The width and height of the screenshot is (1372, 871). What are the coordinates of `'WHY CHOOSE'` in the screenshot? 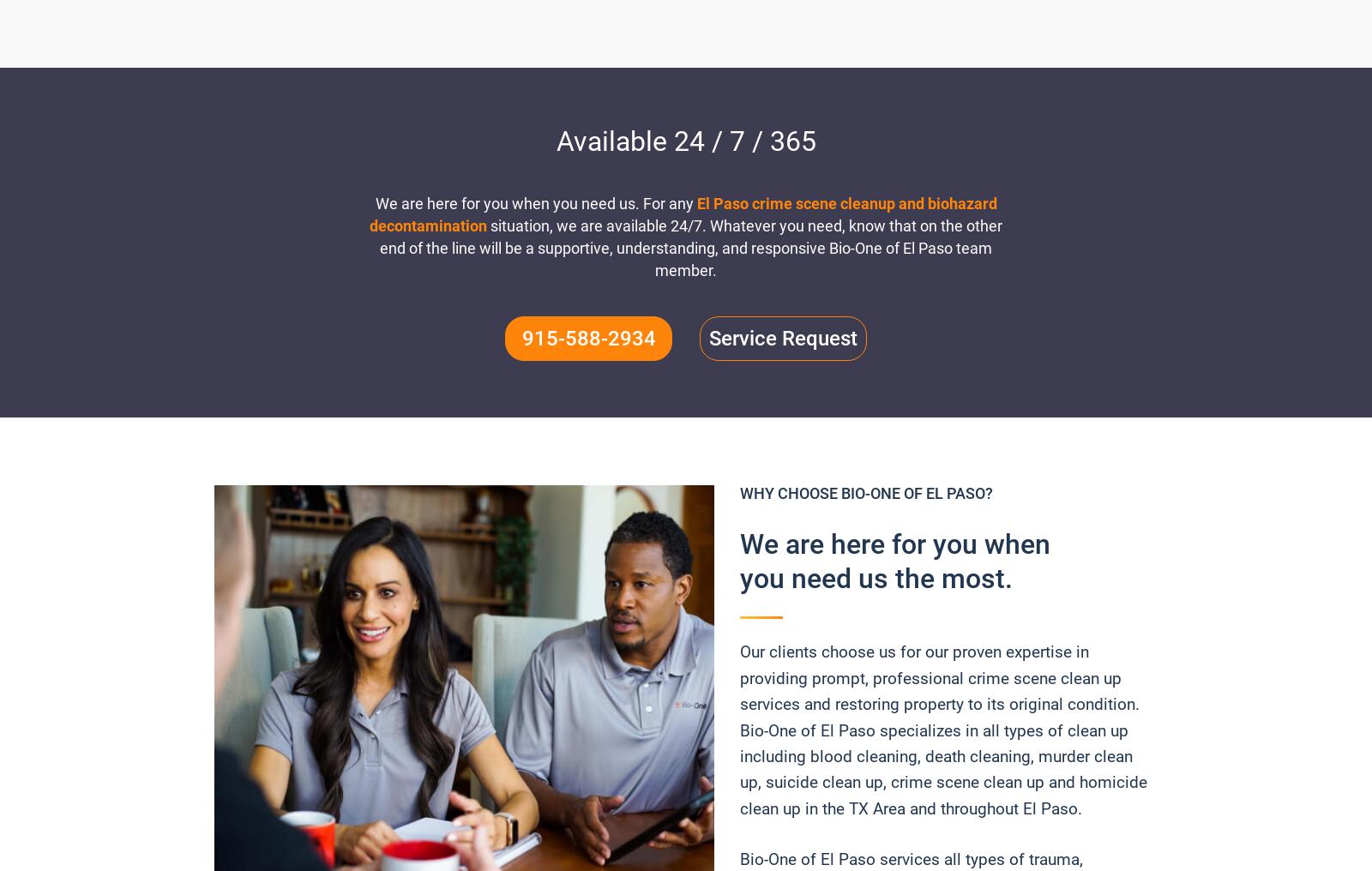 It's located at (790, 492).